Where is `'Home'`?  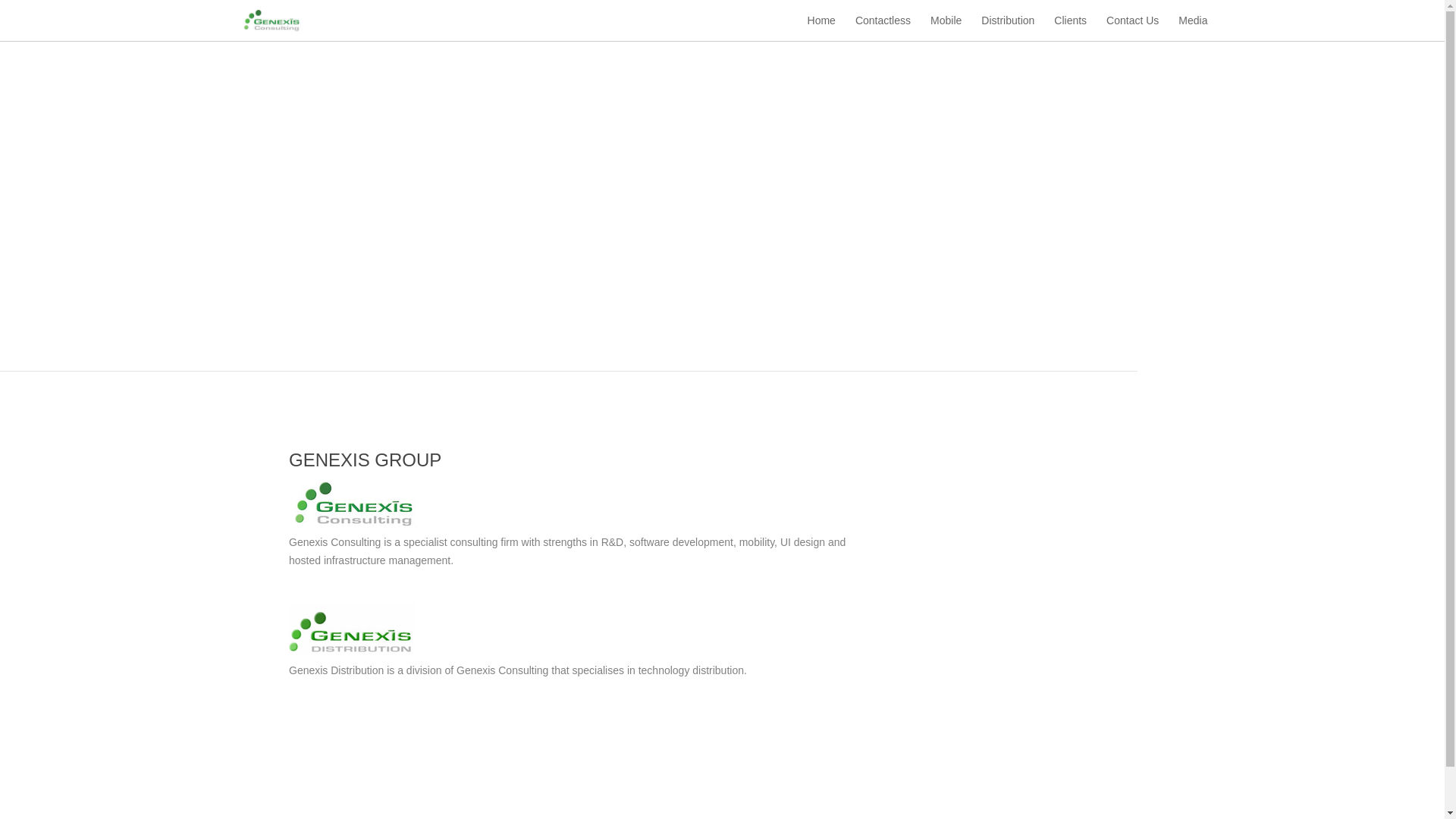 'Home' is located at coordinates (821, 28).